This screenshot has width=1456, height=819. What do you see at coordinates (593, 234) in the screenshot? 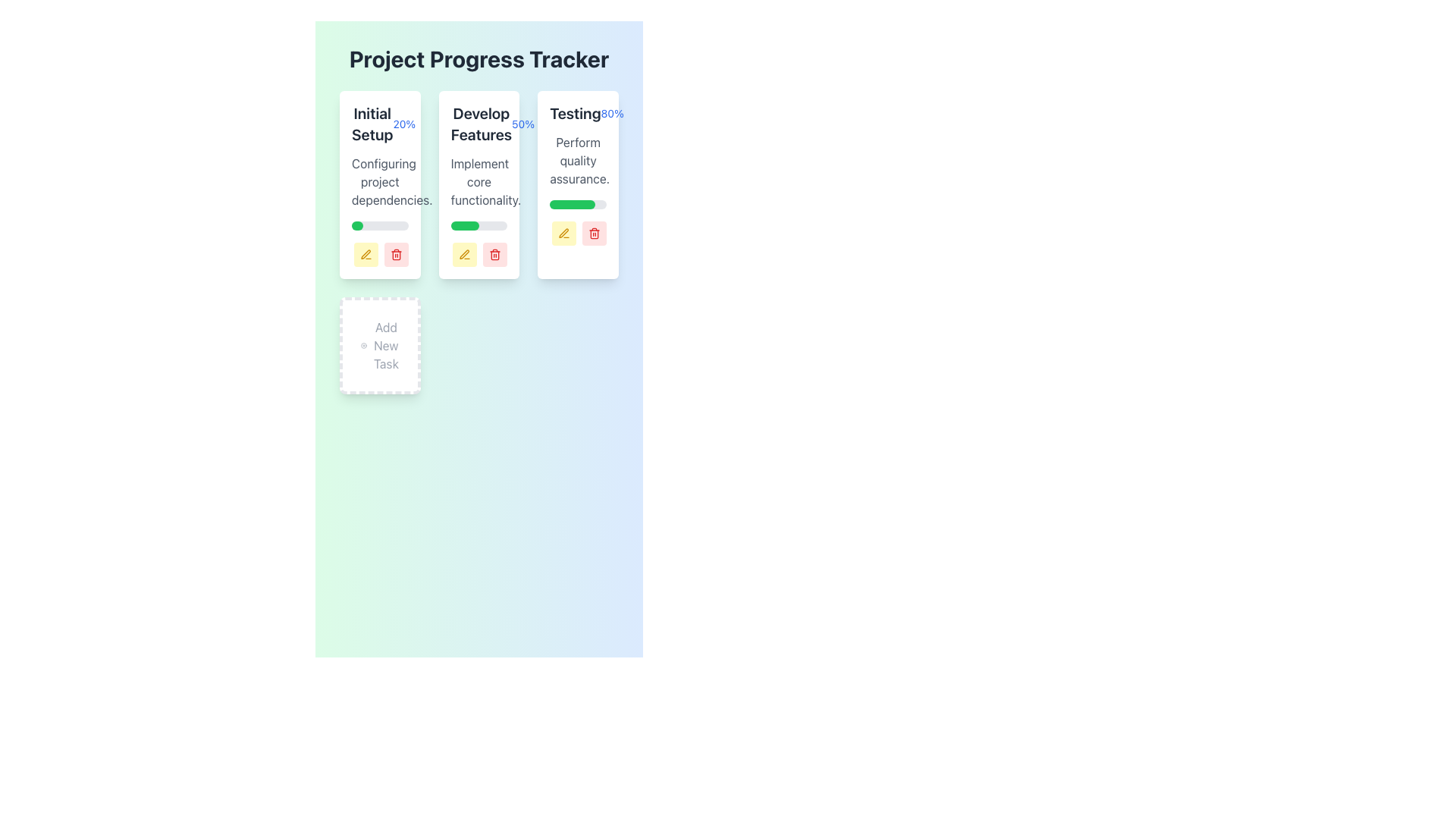
I see `the delete icon button located at the bottom right corner of the 'Testing' card` at bounding box center [593, 234].